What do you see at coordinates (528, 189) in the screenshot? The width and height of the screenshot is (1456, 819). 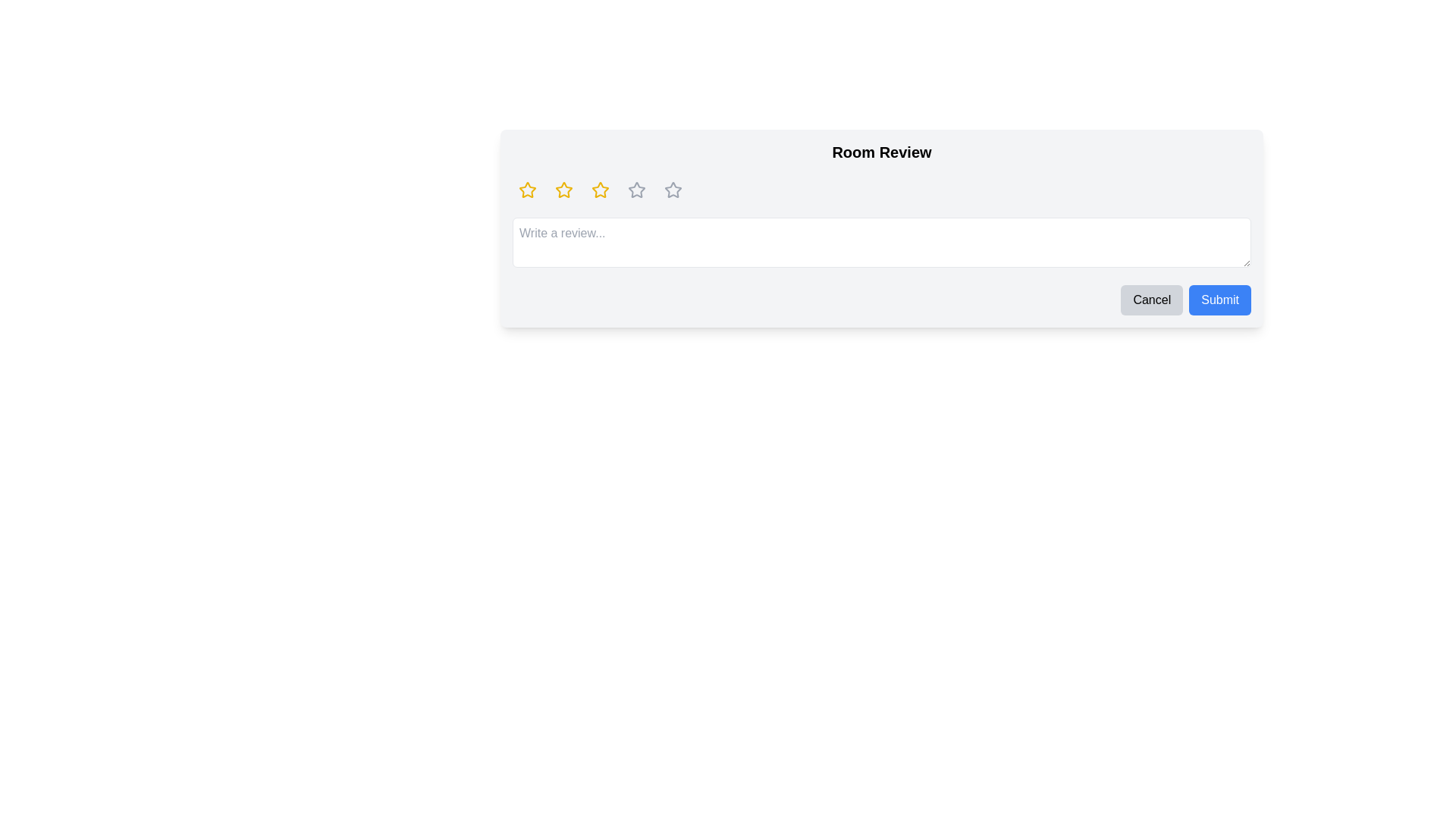 I see `the first yellow star in the rating widget` at bounding box center [528, 189].